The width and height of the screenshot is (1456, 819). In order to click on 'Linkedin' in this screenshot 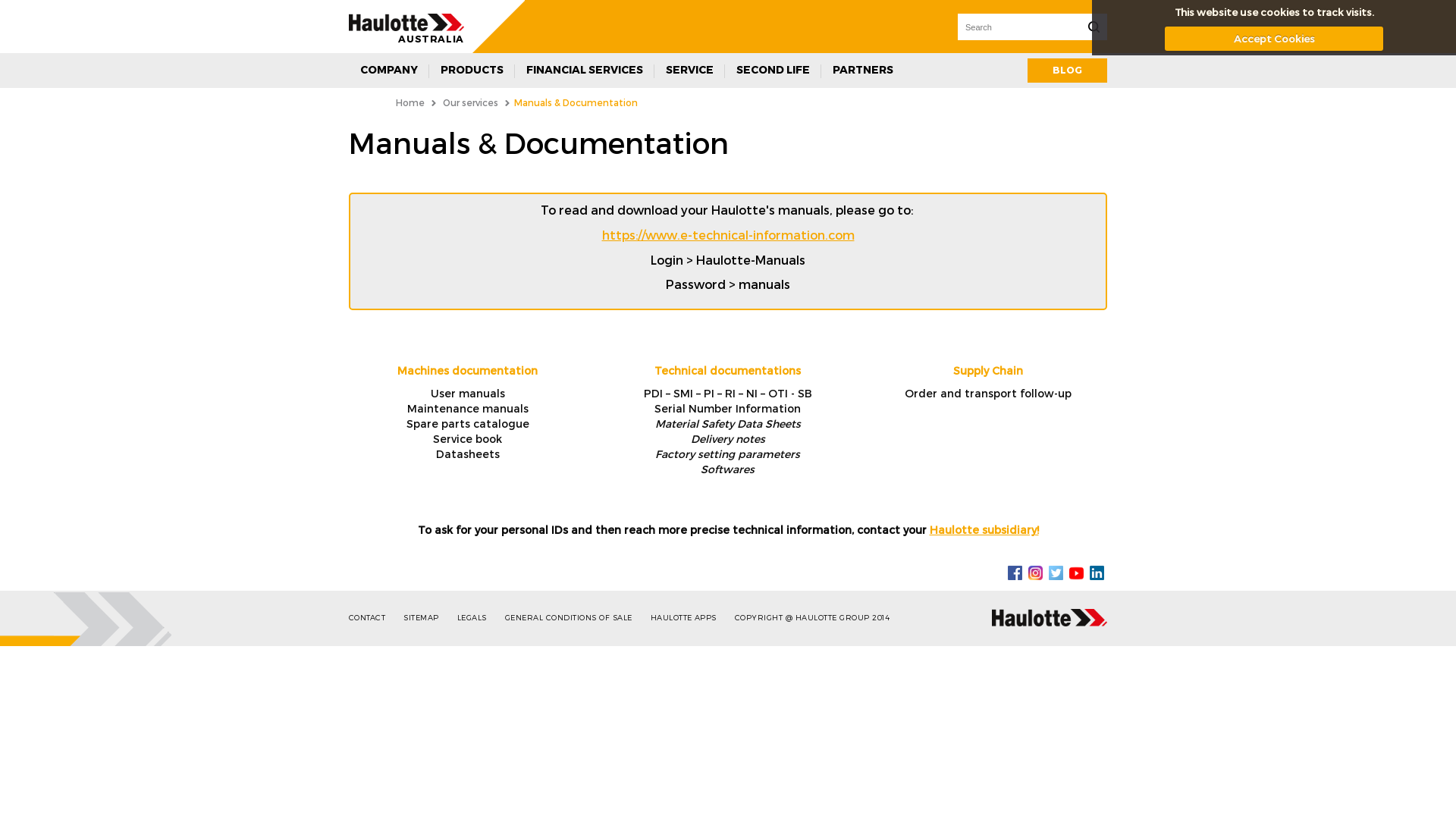, I will do `click(1088, 571)`.